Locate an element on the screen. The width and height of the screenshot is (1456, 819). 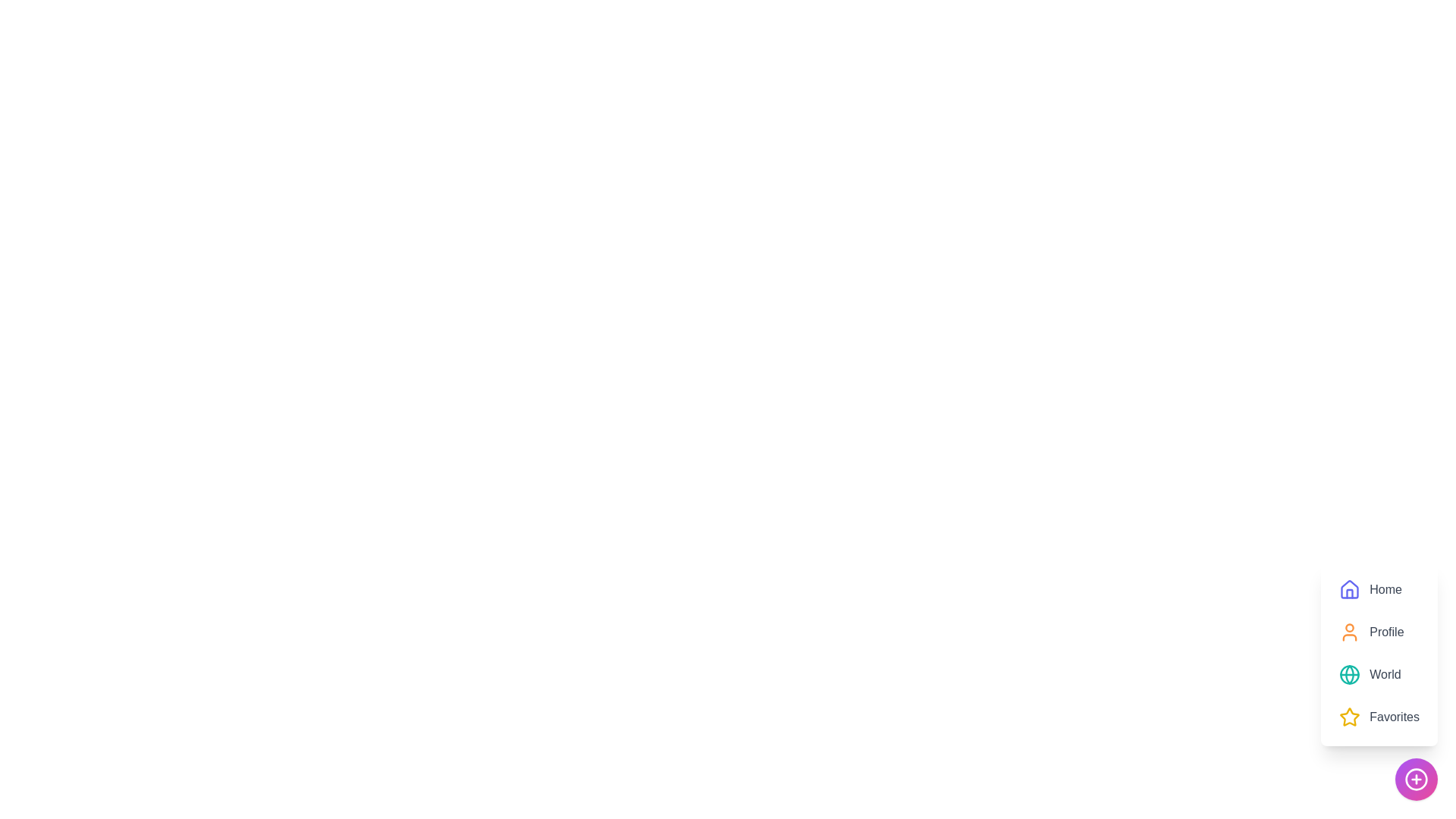
the 'World' menu item is located at coordinates (1370, 674).